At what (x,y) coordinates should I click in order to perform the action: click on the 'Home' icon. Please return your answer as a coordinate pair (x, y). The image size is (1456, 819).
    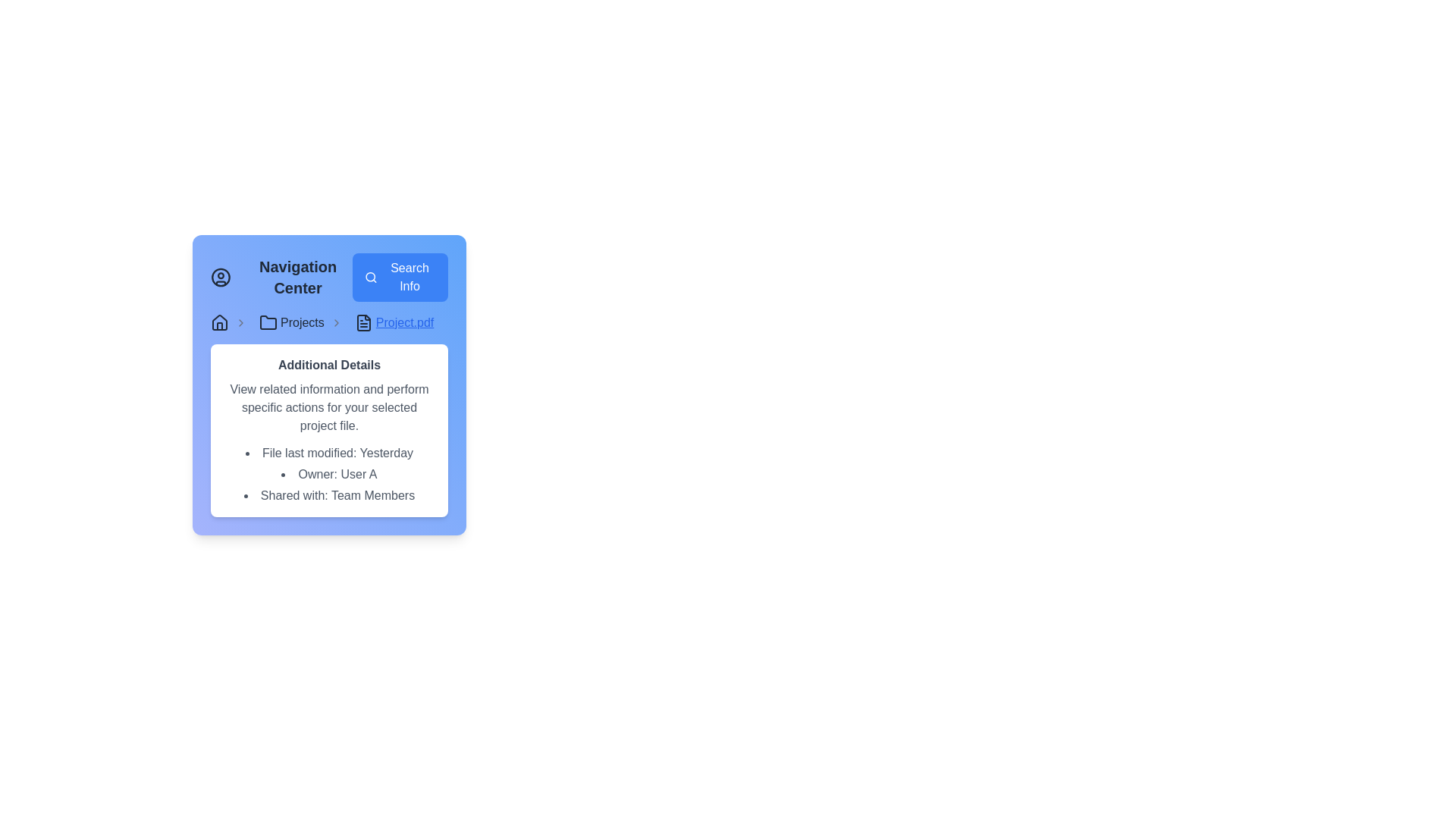
    Looking at the image, I should click on (218, 322).